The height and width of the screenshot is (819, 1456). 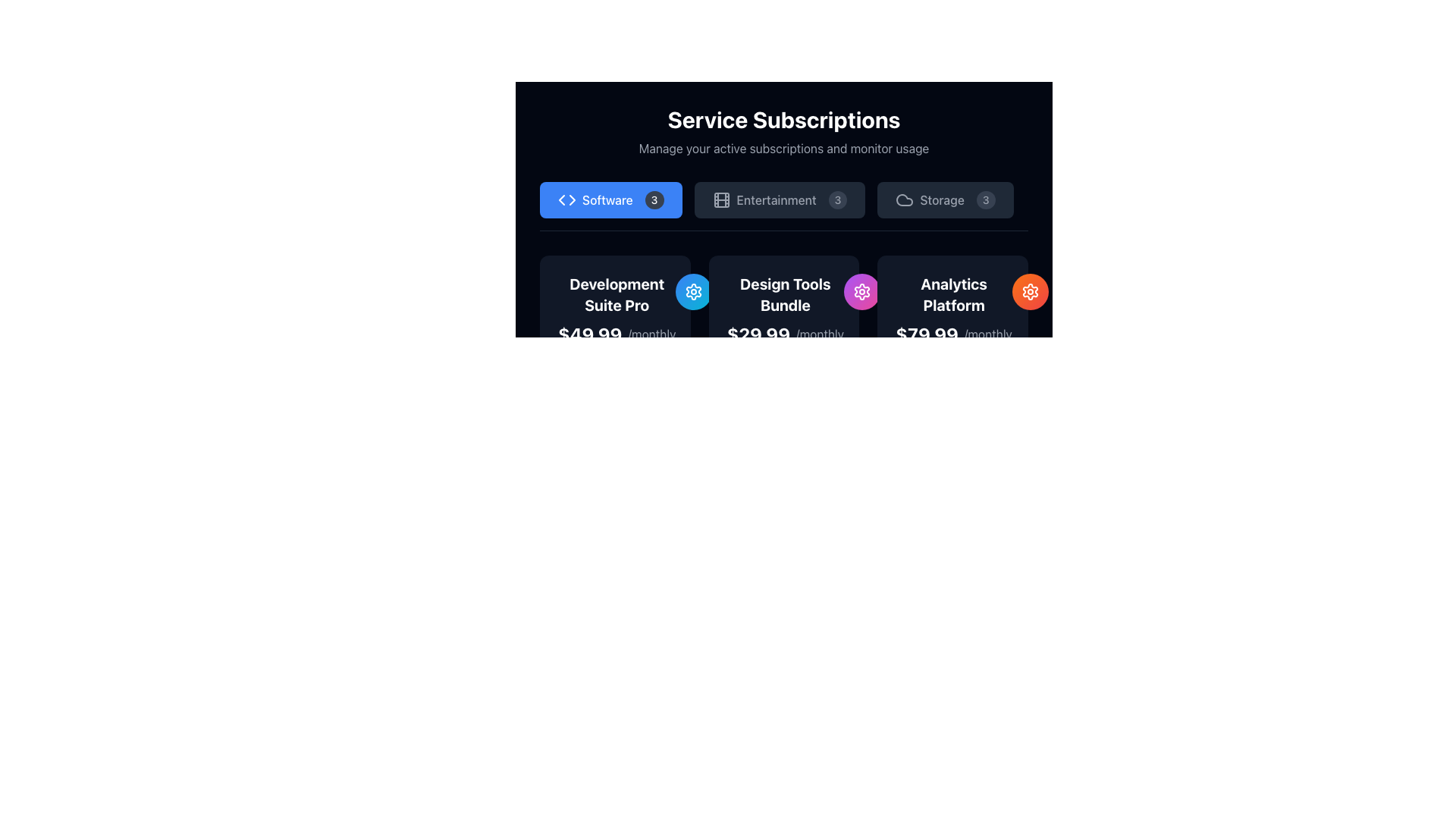 I want to click on the text label that describes the 'Design Tools Bundle' subscription option, located centrally below the 'Software' tab within the second card of subscription options, so click(x=785, y=295).